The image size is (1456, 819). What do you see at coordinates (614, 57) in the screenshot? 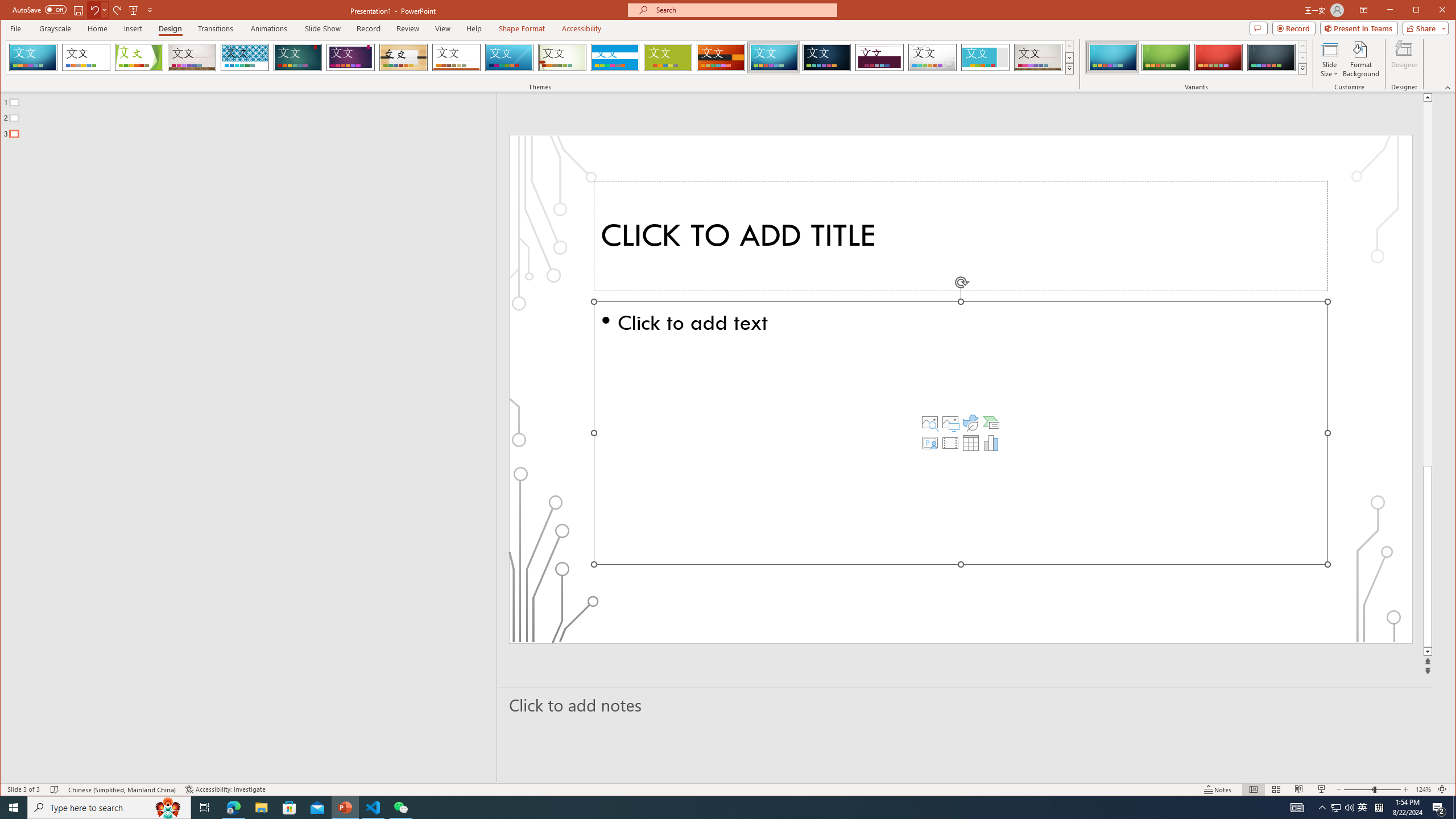
I see `'Banded'` at bounding box center [614, 57].